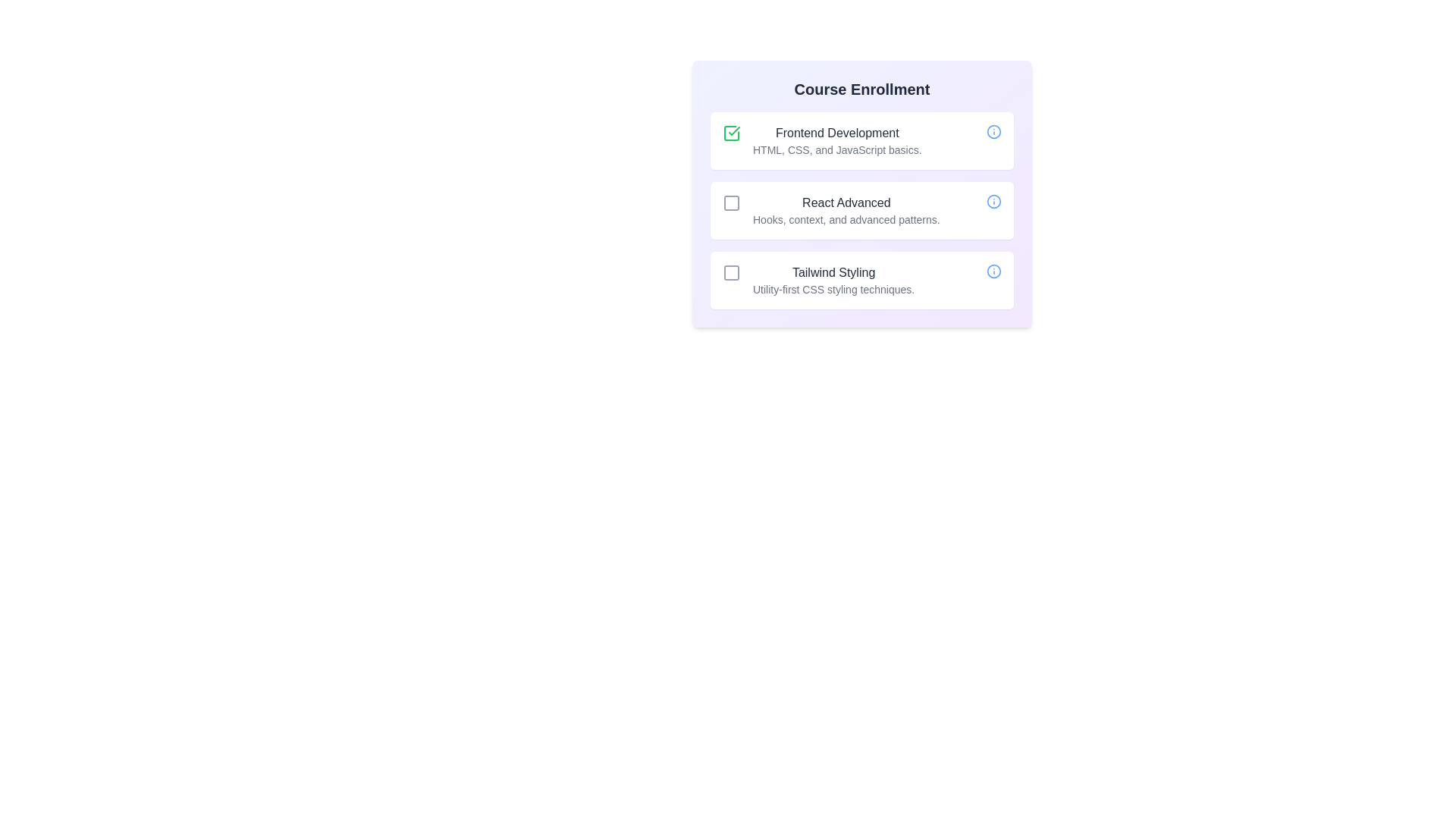 The width and height of the screenshot is (1456, 819). Describe the element at coordinates (862, 281) in the screenshot. I see `title and description of the course card labeled 'Tailwind Styling', which is a selectable item in the course enrollment interface` at that location.